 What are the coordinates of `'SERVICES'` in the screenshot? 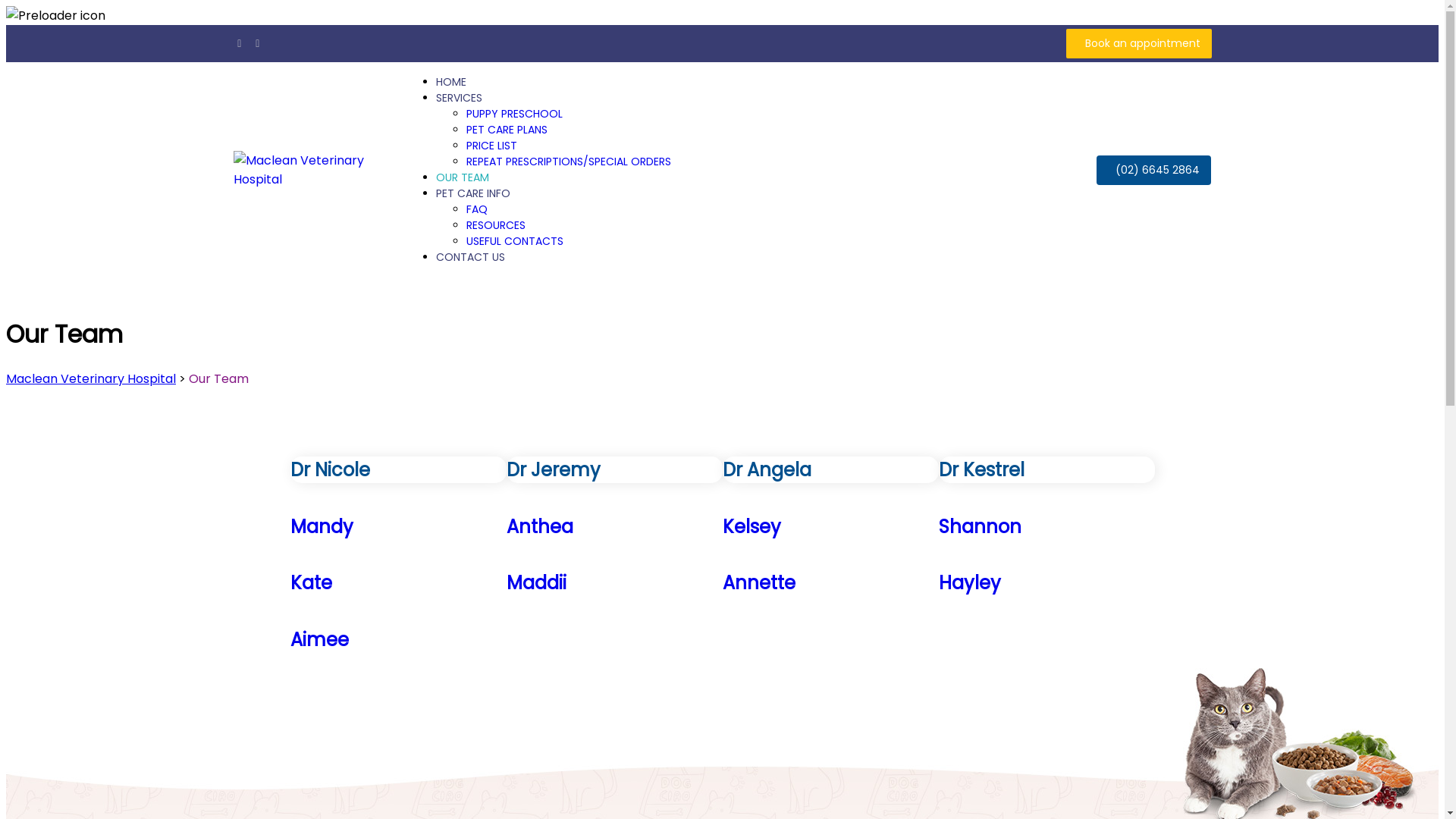 It's located at (458, 97).